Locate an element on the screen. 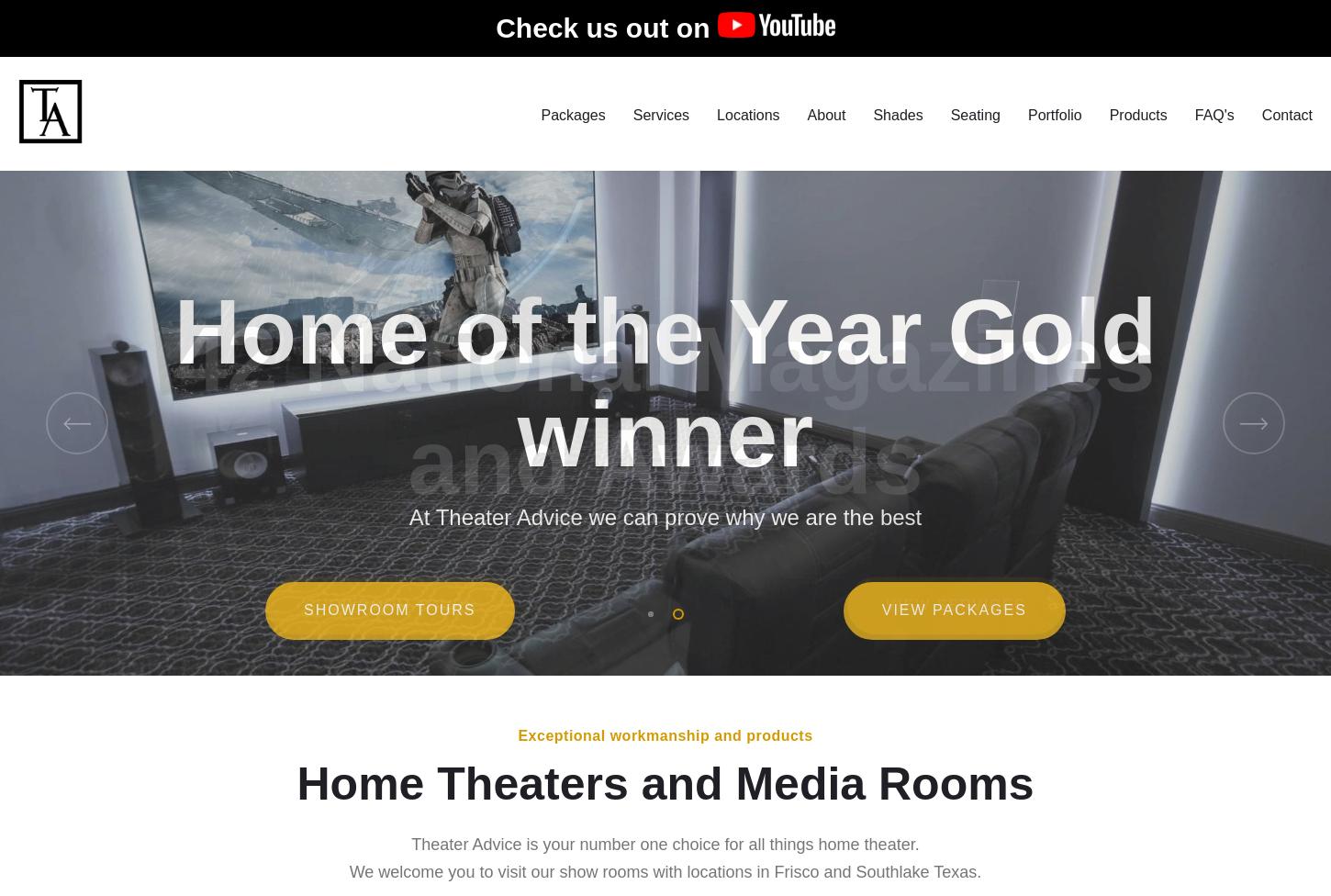  'Products' is located at coordinates (1137, 123).